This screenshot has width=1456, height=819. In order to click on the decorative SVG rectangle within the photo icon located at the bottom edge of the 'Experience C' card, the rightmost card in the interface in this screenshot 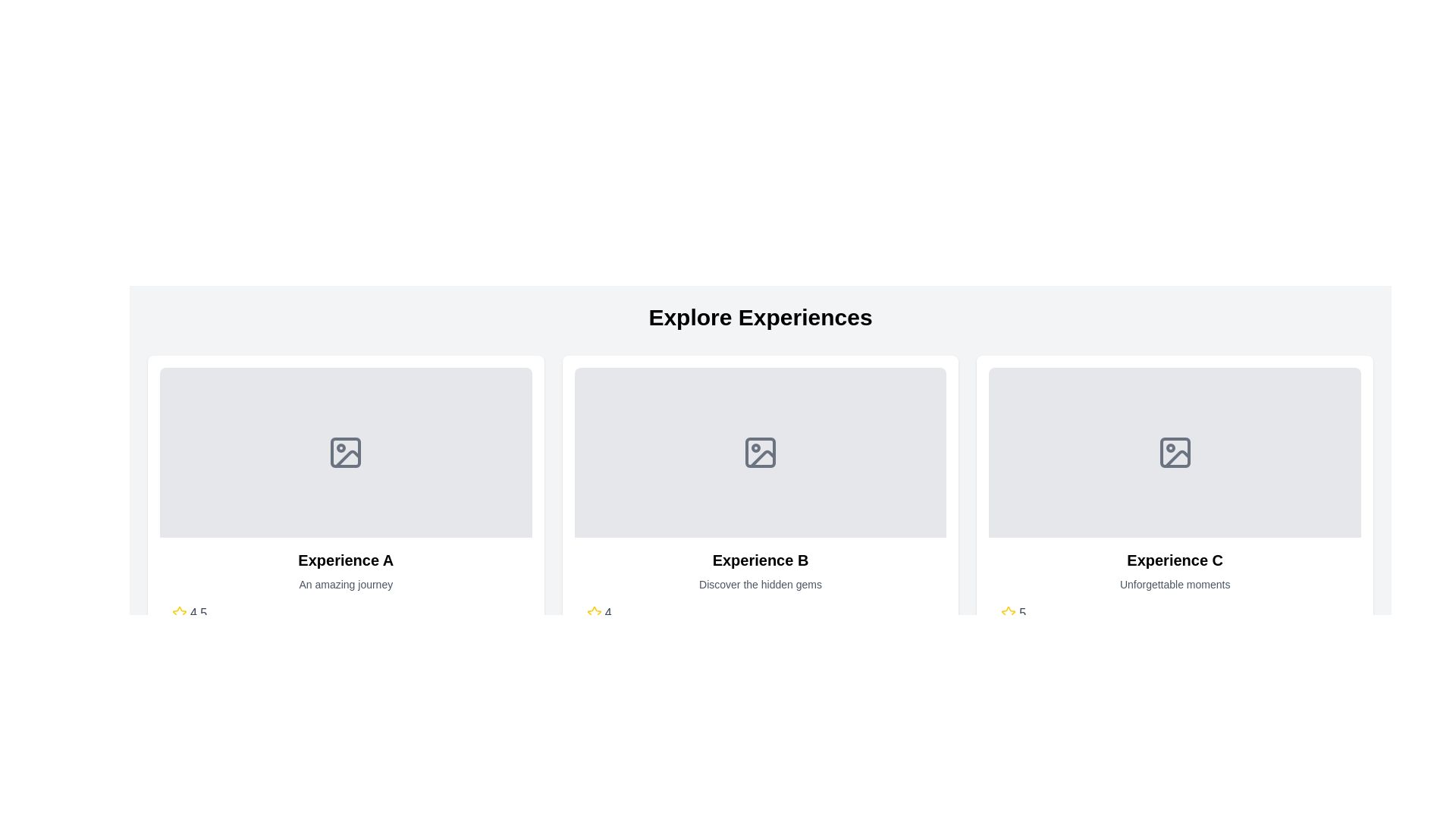, I will do `click(1174, 452)`.